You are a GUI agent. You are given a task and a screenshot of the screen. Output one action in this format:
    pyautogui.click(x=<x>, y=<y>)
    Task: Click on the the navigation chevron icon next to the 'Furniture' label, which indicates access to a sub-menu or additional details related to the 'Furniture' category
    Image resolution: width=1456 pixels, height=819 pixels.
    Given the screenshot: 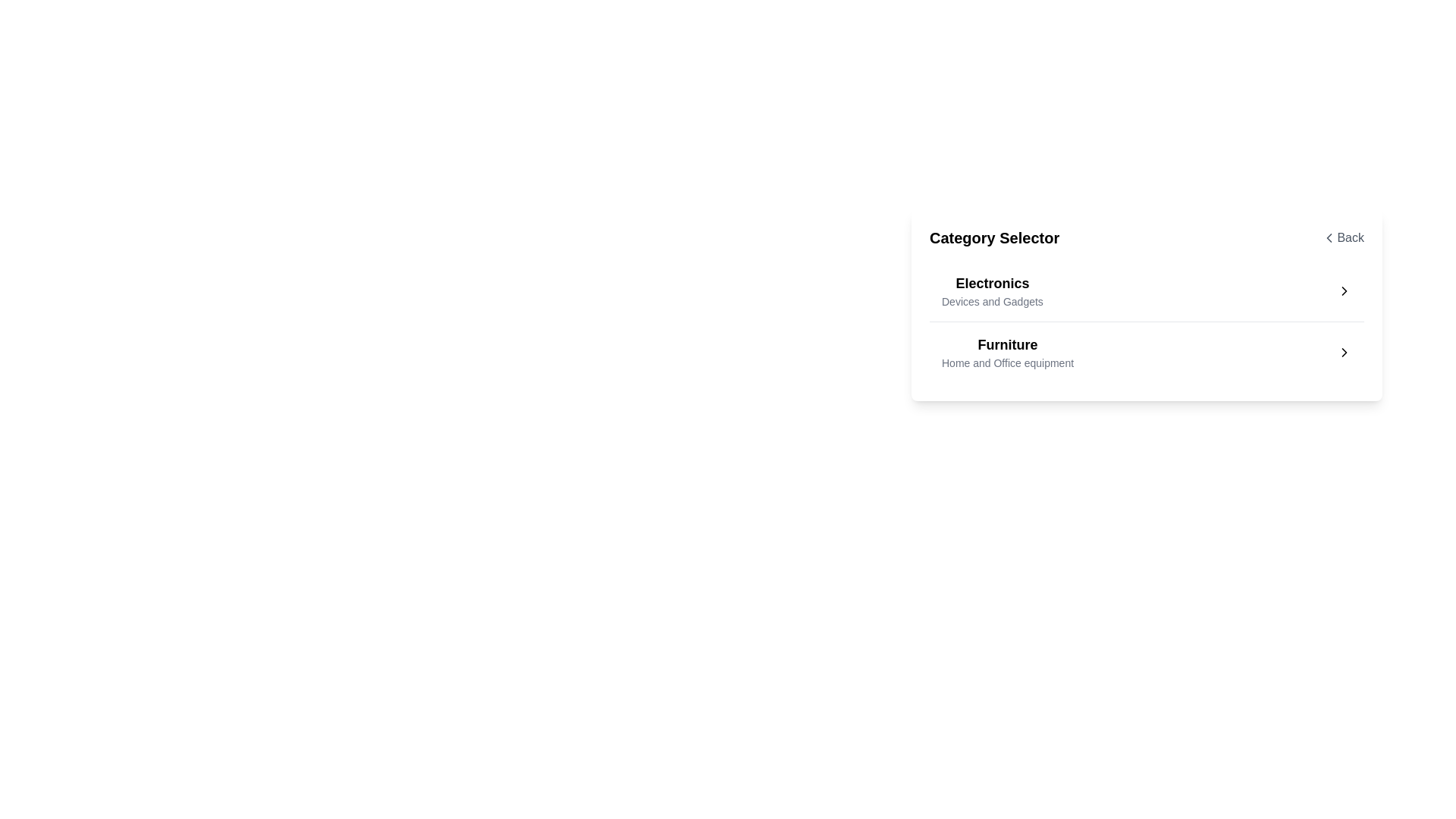 What is the action you would take?
    pyautogui.click(x=1344, y=353)
    